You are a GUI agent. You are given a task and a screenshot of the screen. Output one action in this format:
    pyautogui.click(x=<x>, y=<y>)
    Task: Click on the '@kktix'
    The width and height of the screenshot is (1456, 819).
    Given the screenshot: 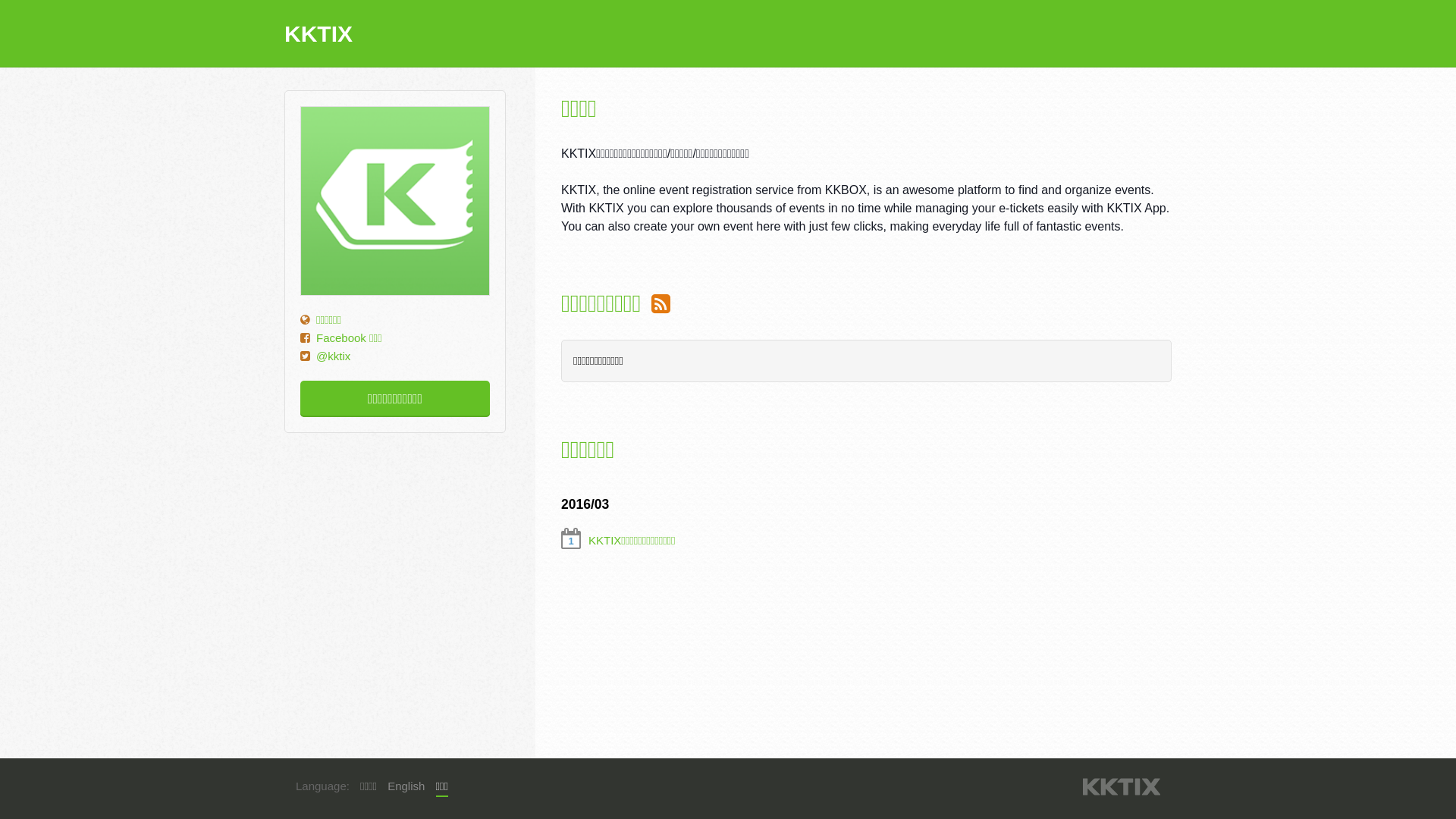 What is the action you would take?
    pyautogui.click(x=332, y=356)
    